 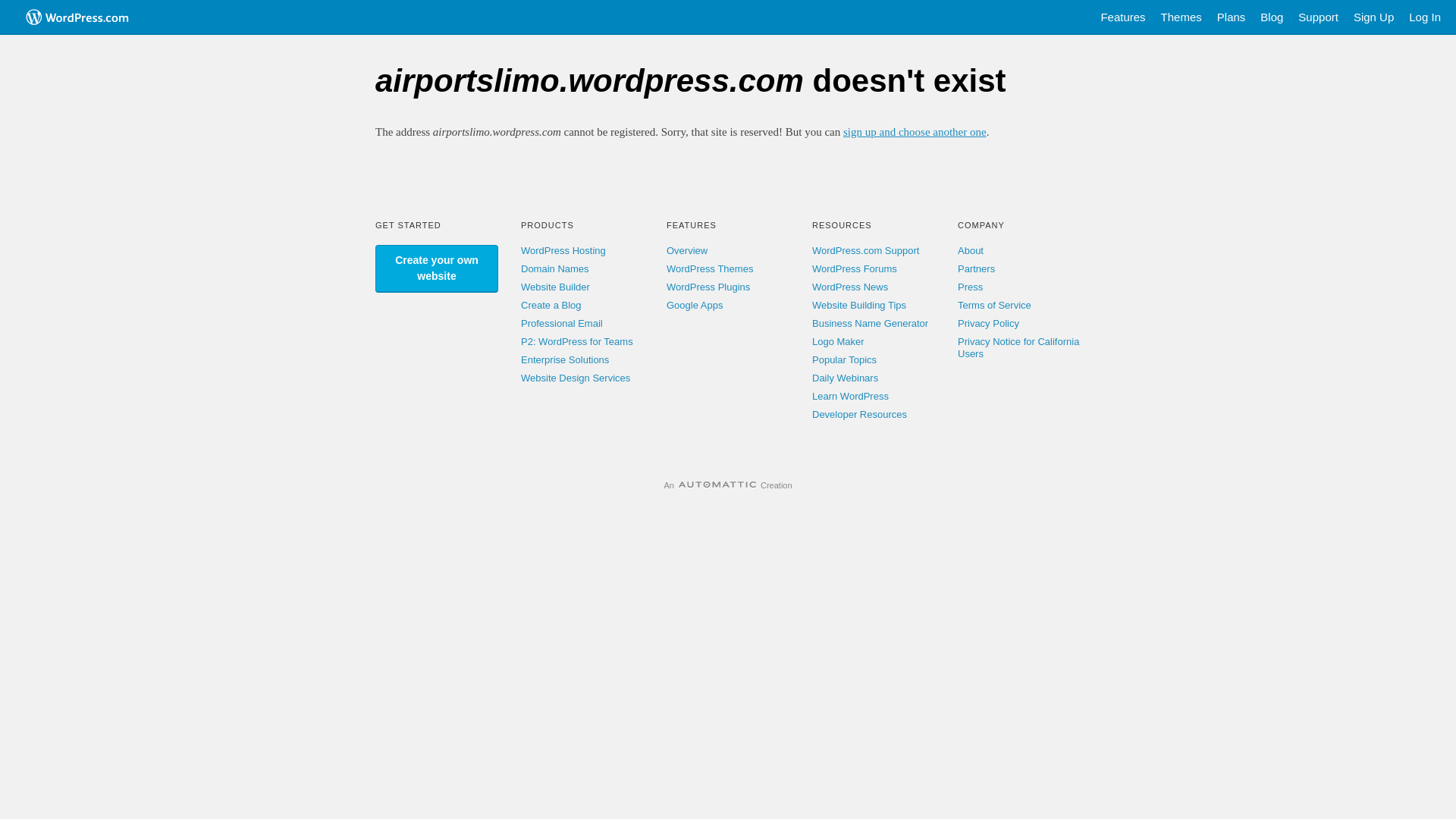 What do you see at coordinates (811, 359) in the screenshot?
I see `'Popular Topics'` at bounding box center [811, 359].